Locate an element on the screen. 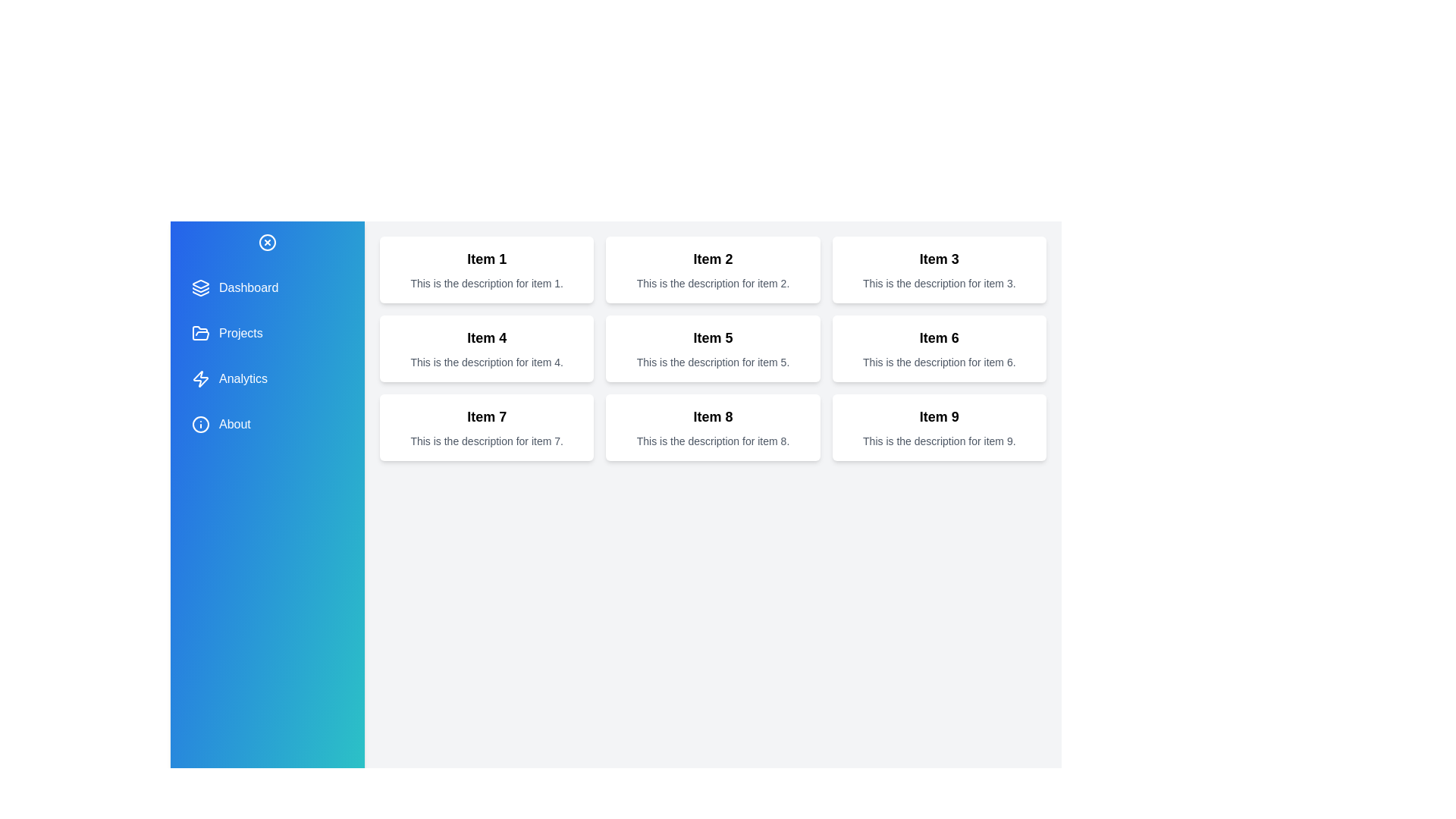 The width and height of the screenshot is (1456, 819). the menu item Projects from the drawer is located at coordinates (268, 332).